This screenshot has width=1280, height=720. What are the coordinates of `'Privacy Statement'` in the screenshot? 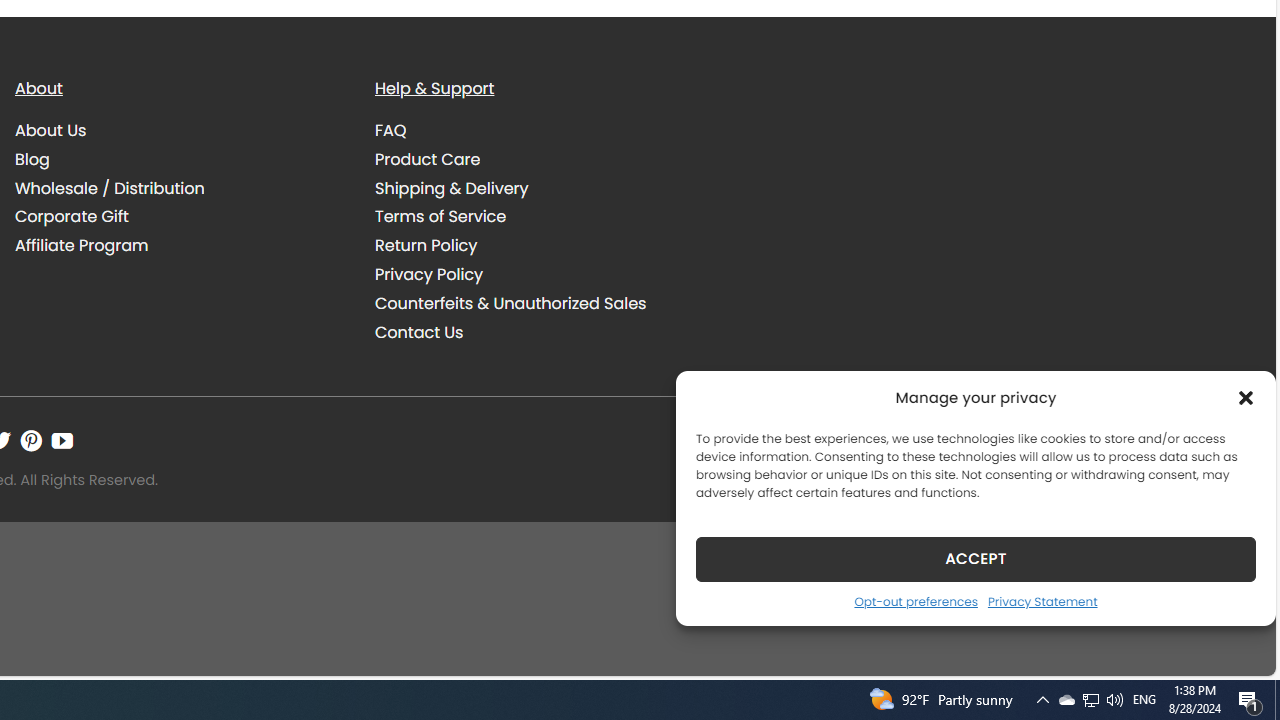 It's located at (1041, 600).